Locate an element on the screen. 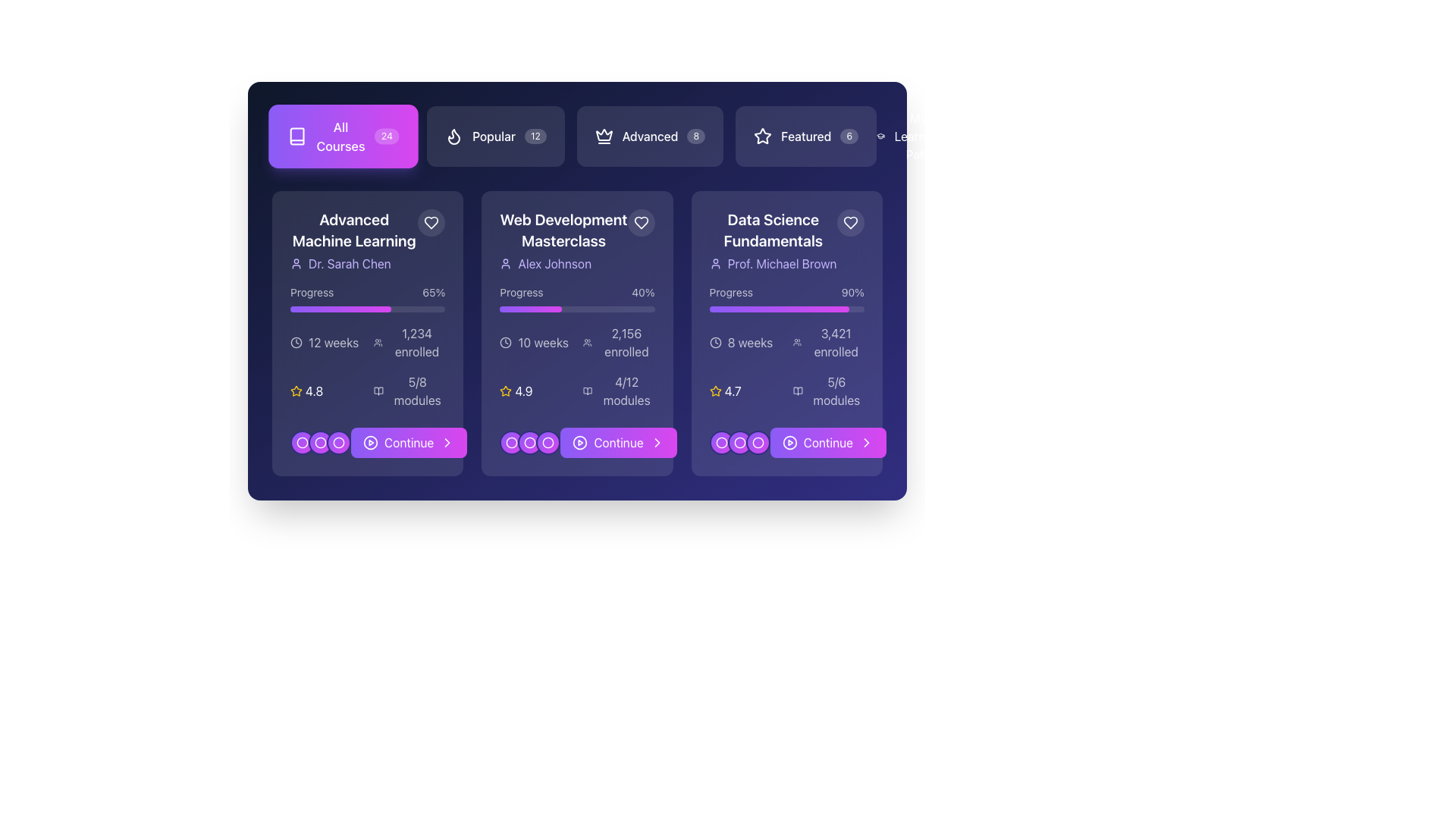 This screenshot has height=819, width=1456. the first circular progress indicator with a gradient fill located at the bottom of the 'Web Development Masterclass' card is located at coordinates (512, 442).